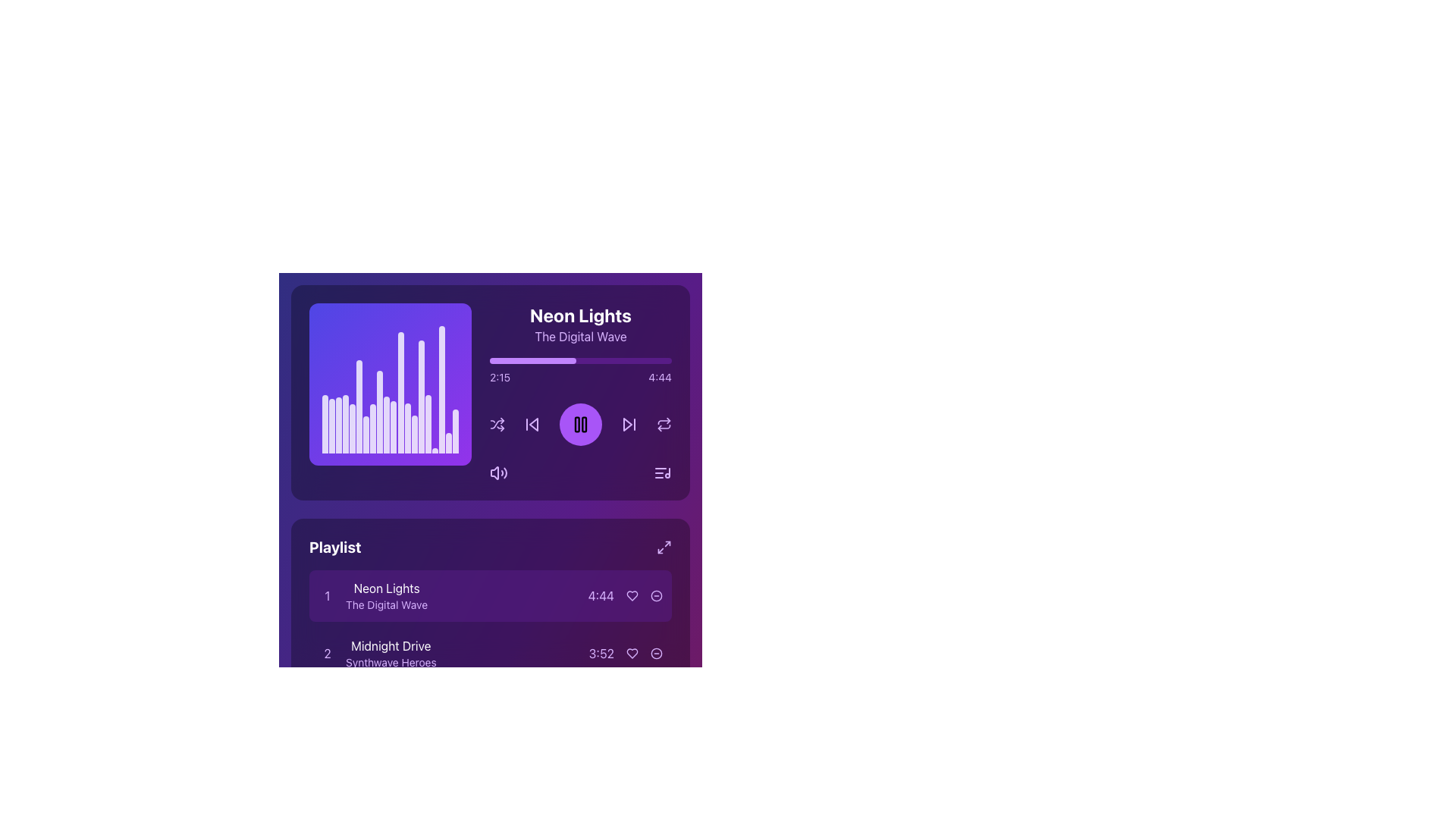  Describe the element at coordinates (656, 595) in the screenshot. I see `the circular button with a purple border and red background, which contains a white dash symbol, located at the rightmost side of the playlist section` at that location.